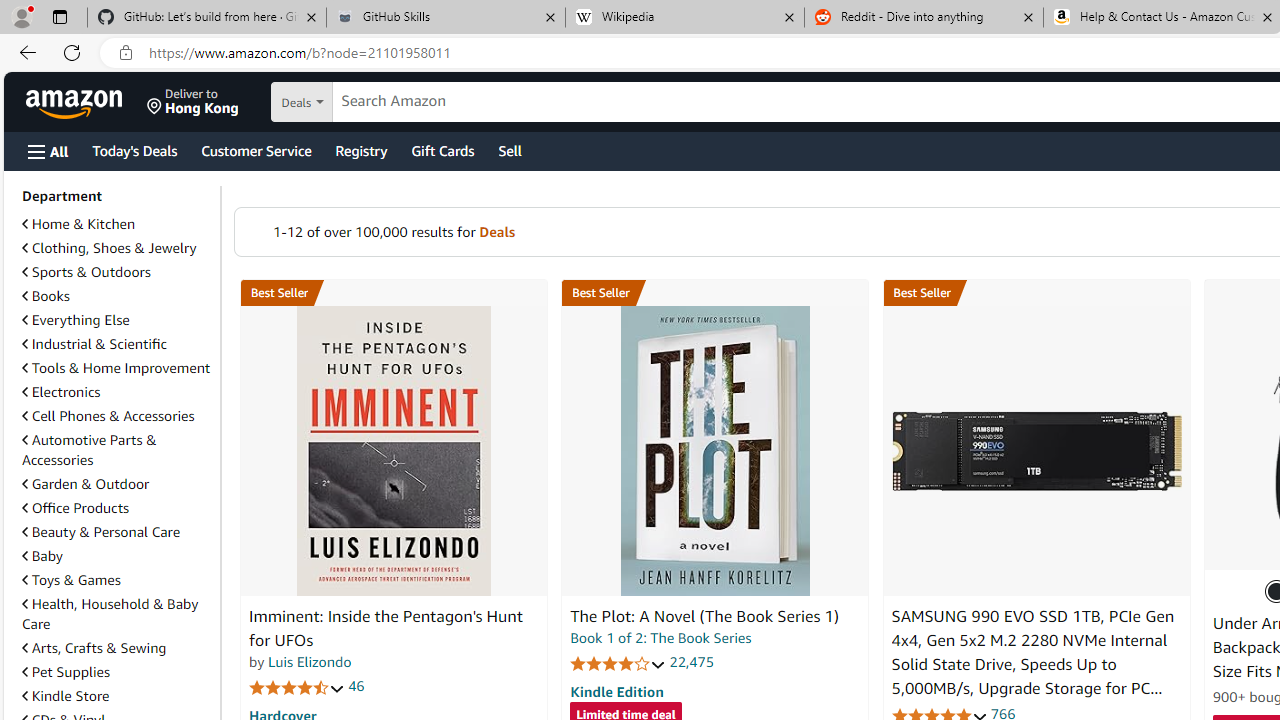  I want to click on 'Sports & Outdoors', so click(85, 271).